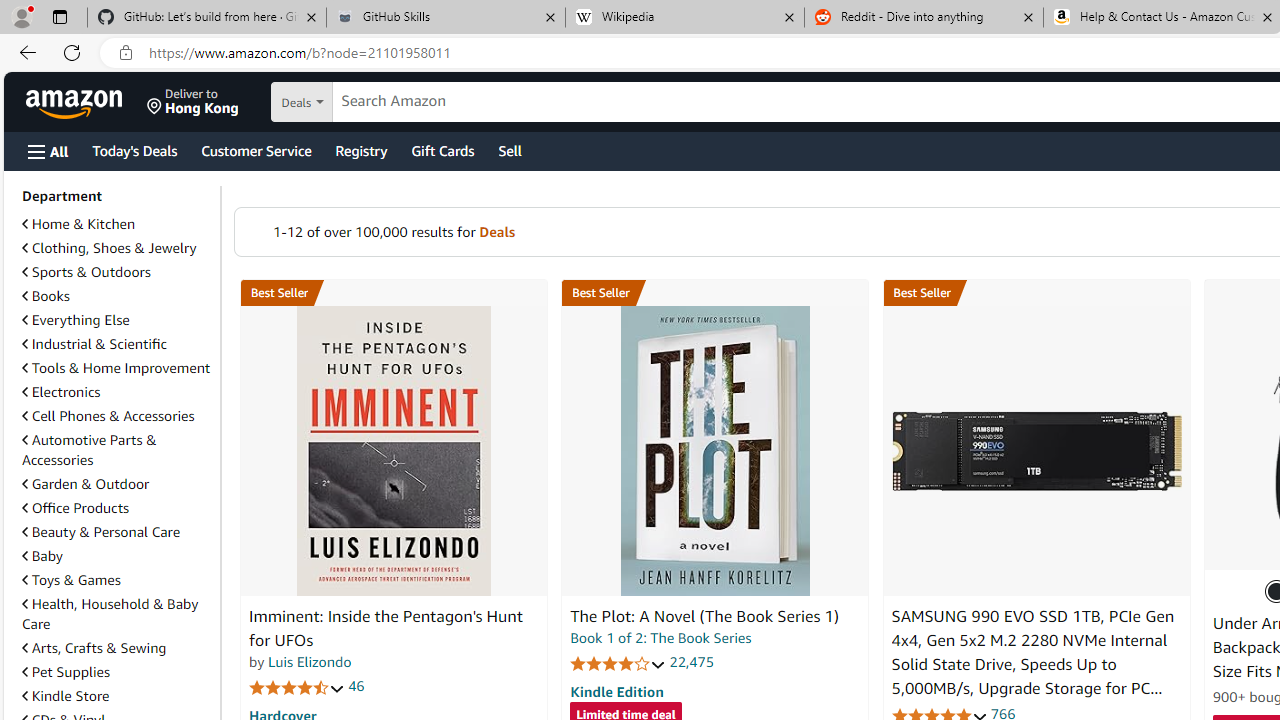  I want to click on 'Sports & Outdoors', so click(85, 271).